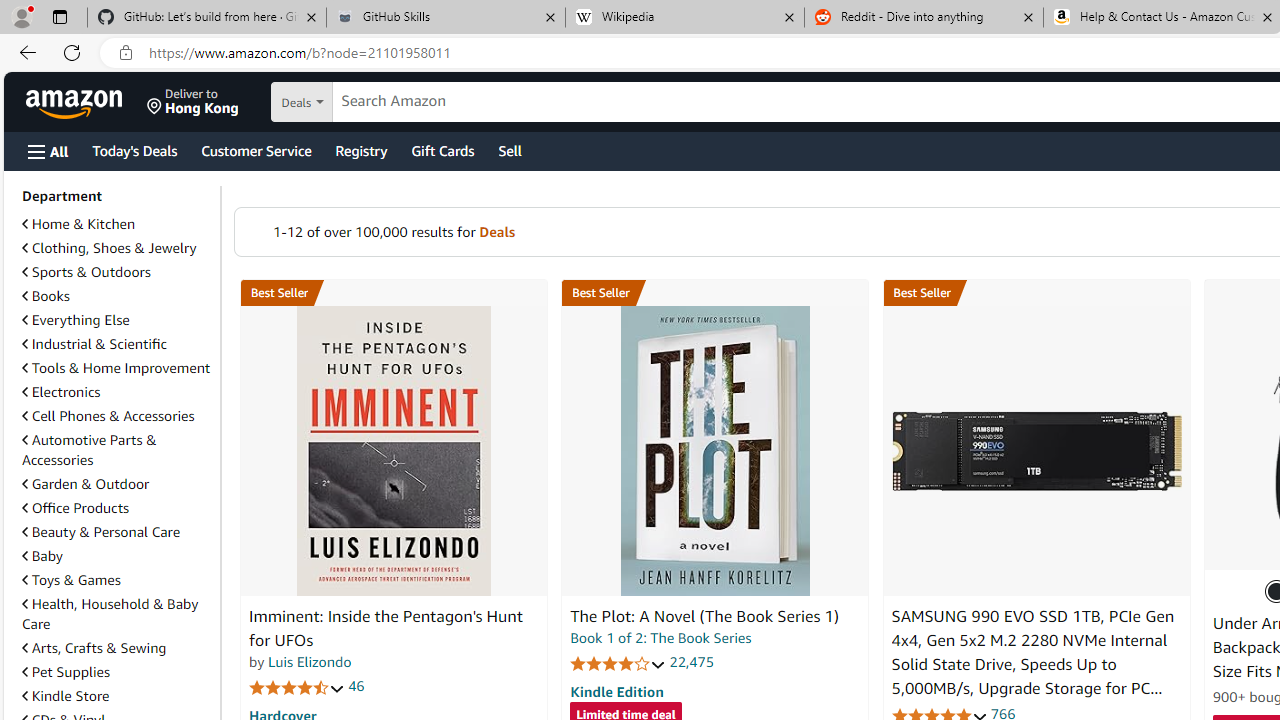  I want to click on 'Sports & Outdoors', so click(85, 271).